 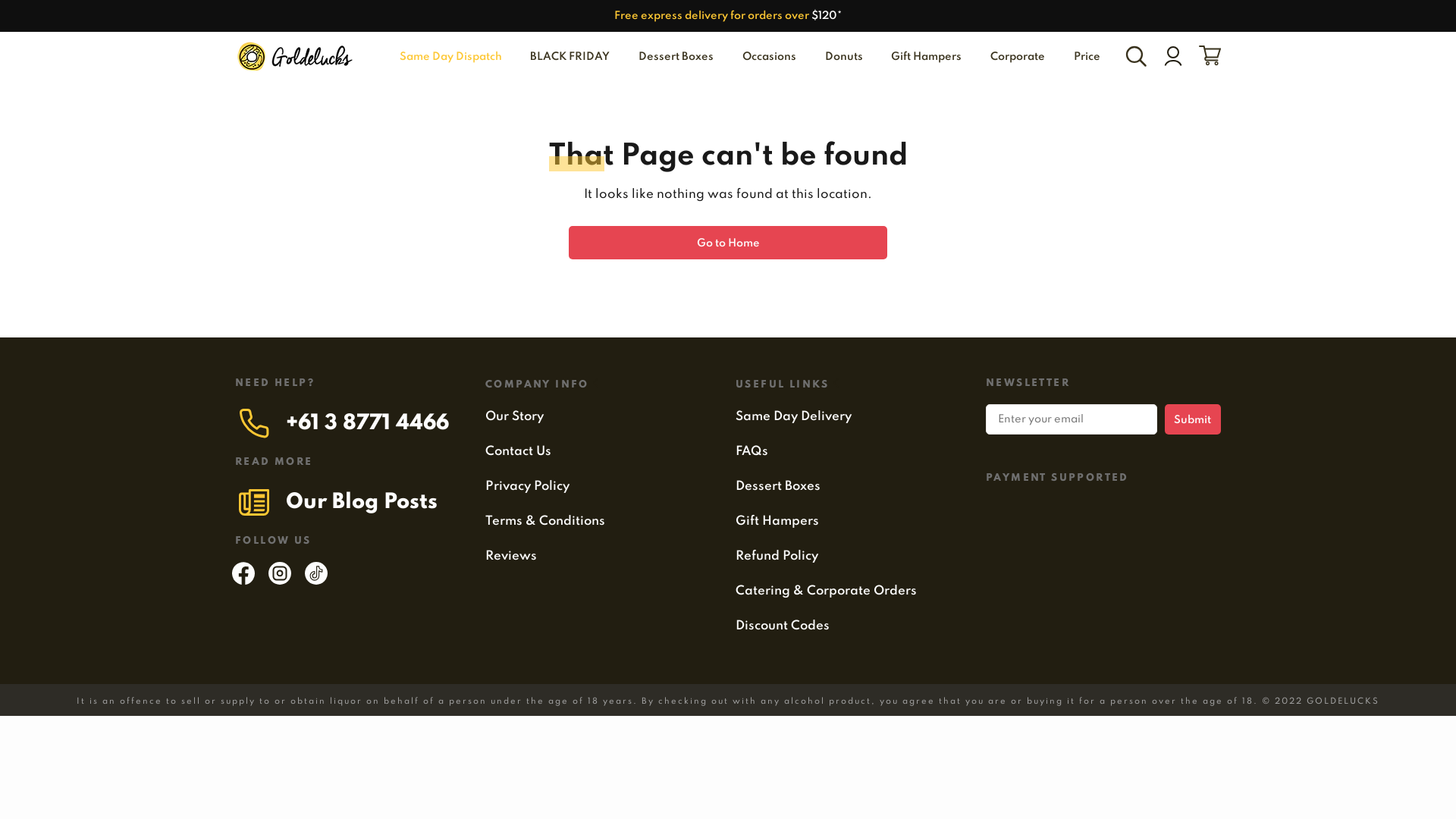 I want to click on 'Reviews', so click(x=510, y=555).